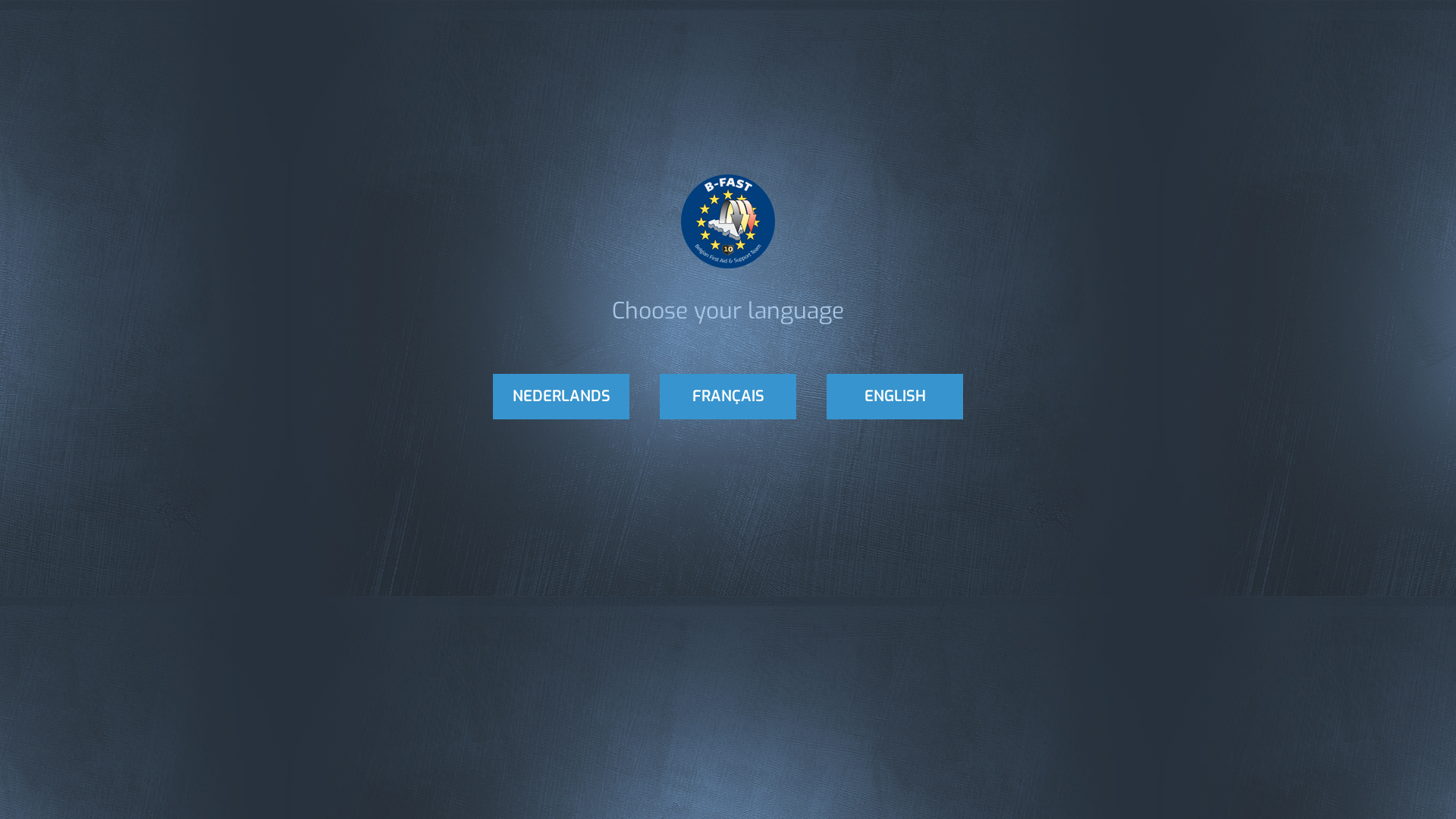 The height and width of the screenshot is (819, 1456). Describe the element at coordinates (59, 0) in the screenshot. I see `'Aller au contenu principal'` at that location.